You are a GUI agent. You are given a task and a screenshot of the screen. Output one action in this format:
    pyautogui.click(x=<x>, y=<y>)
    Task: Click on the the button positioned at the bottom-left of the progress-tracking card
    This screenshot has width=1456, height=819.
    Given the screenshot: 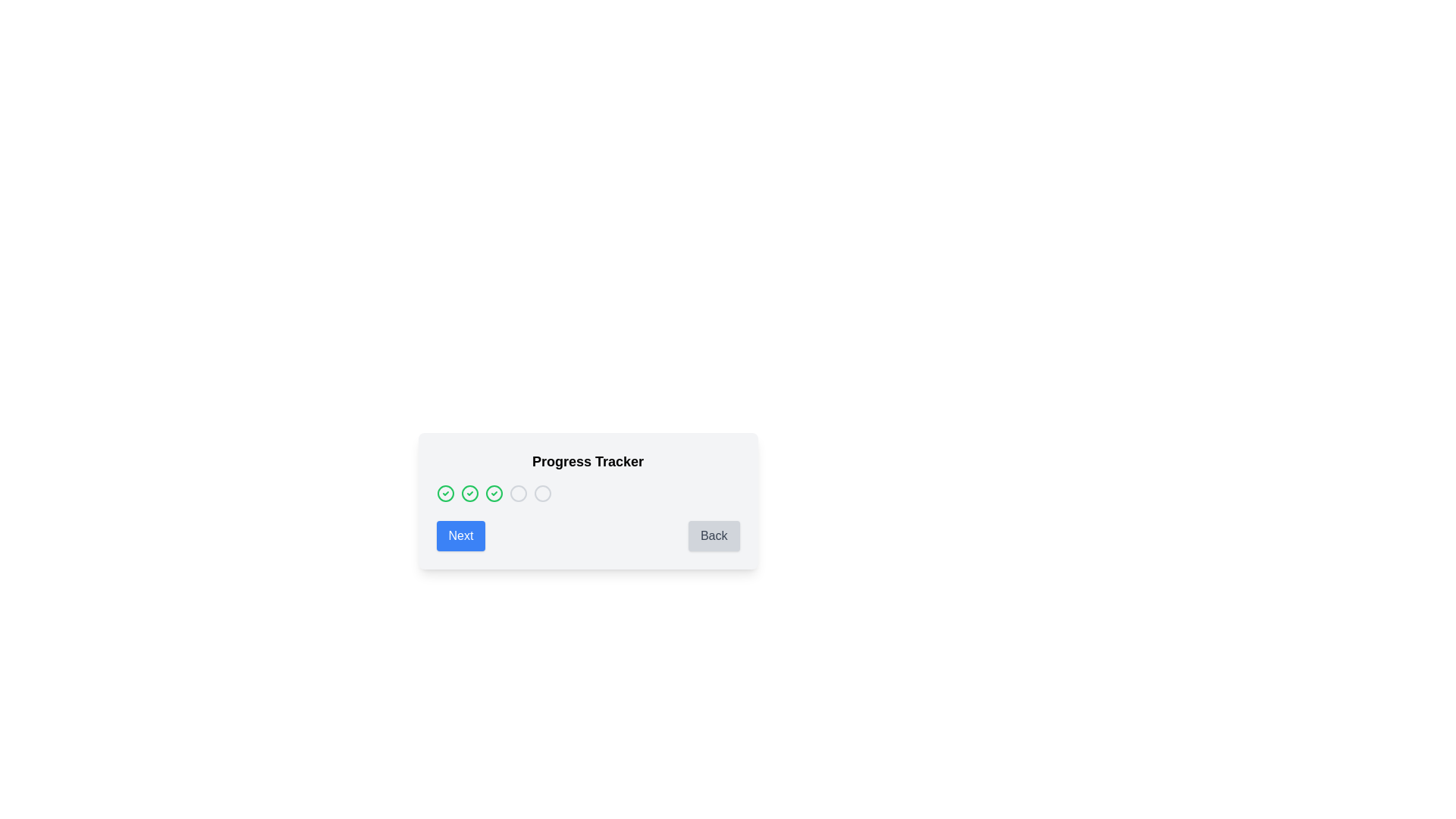 What is the action you would take?
    pyautogui.click(x=460, y=535)
    